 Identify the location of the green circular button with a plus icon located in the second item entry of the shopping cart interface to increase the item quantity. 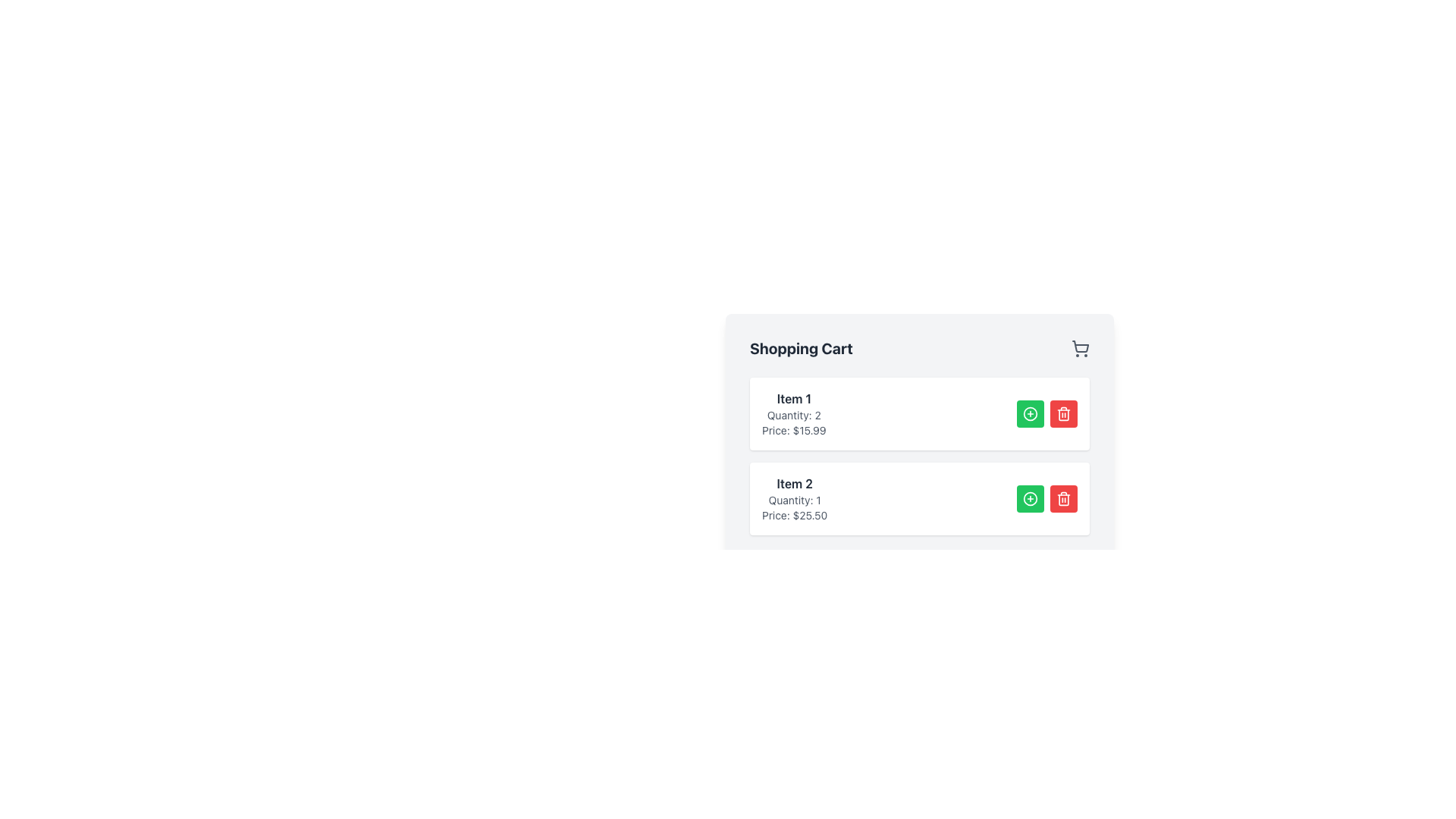
(1030, 499).